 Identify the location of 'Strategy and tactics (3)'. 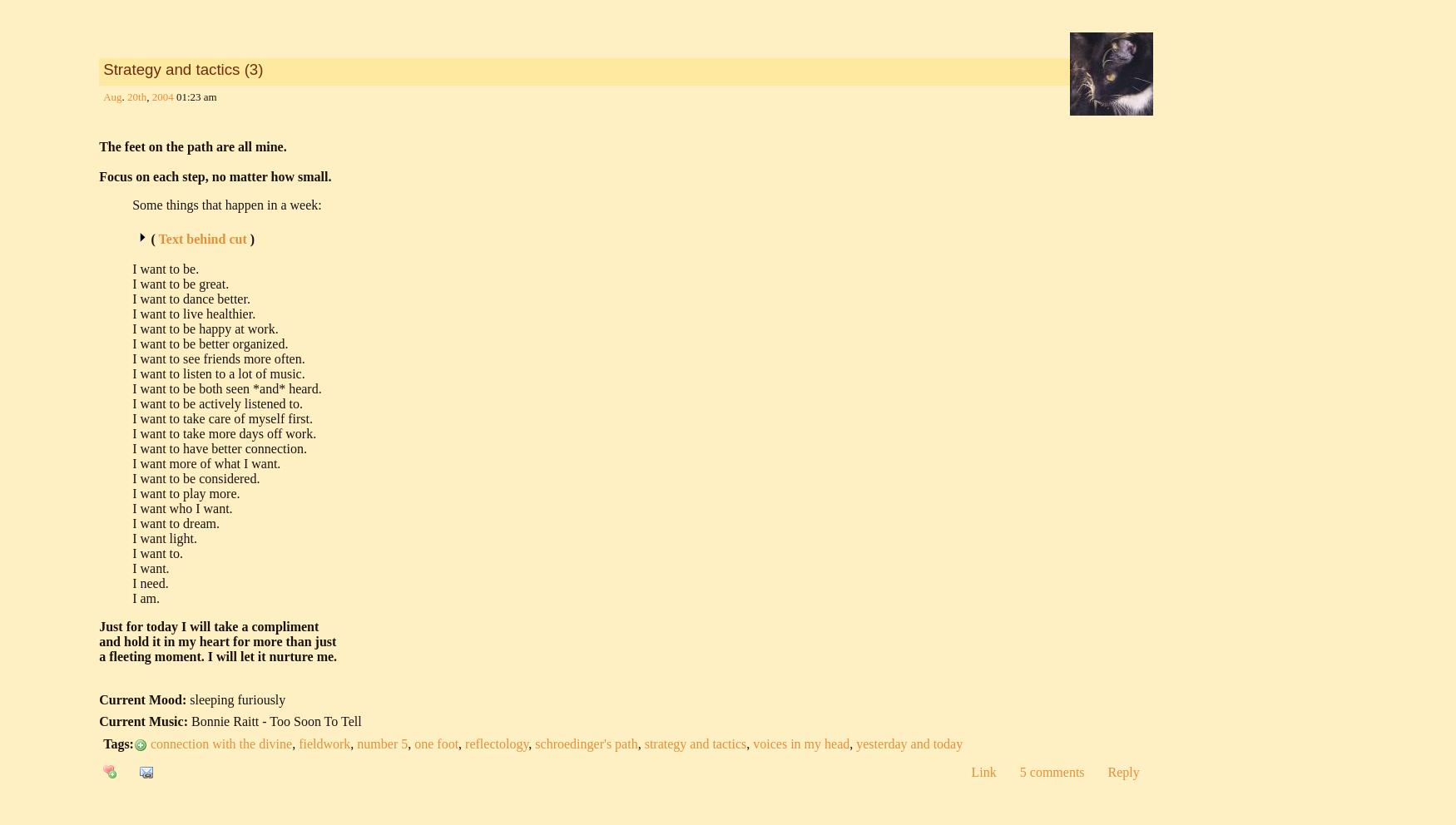
(182, 68).